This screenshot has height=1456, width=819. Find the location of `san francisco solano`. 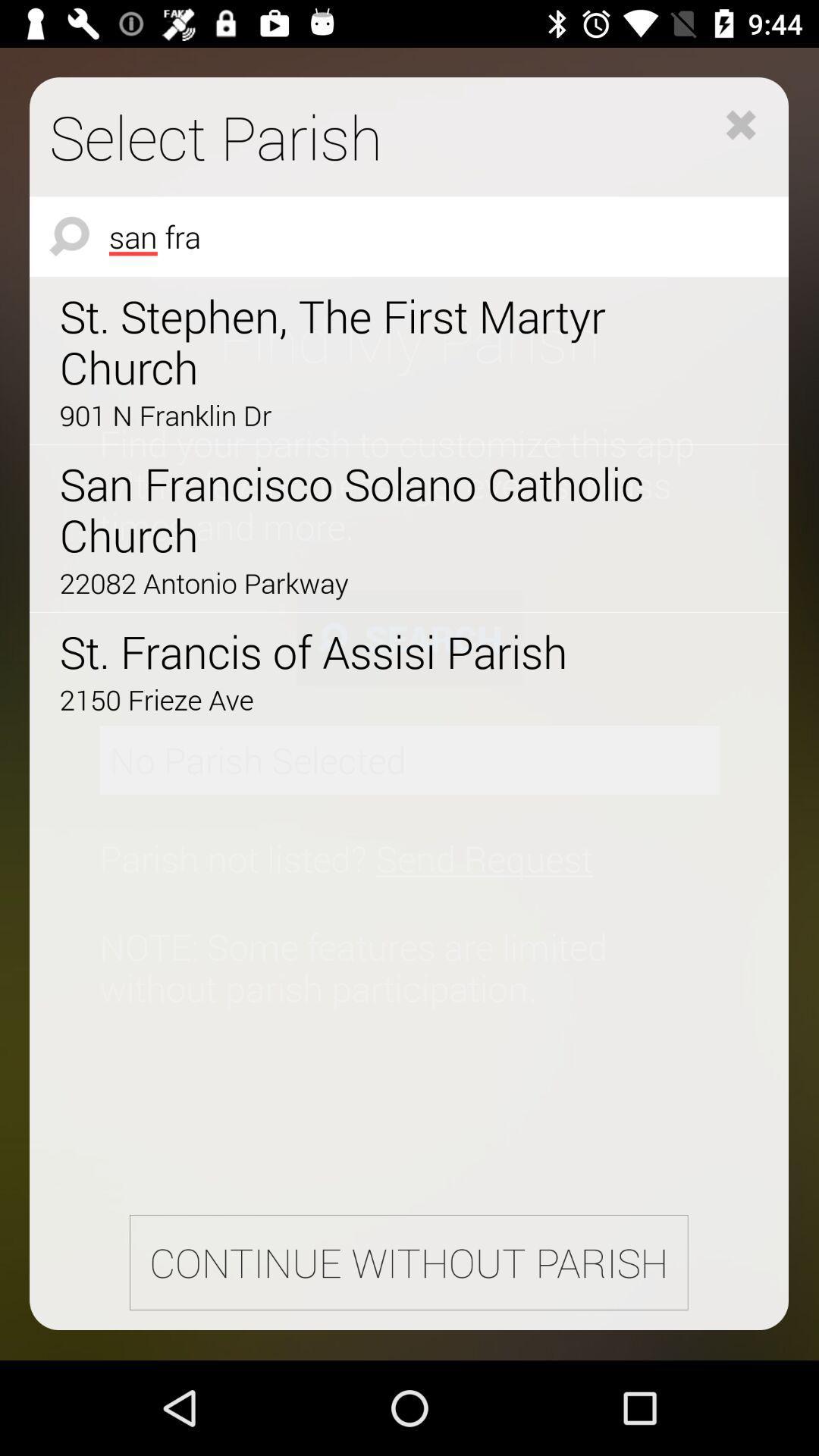

san francisco solano is located at coordinates (366, 510).